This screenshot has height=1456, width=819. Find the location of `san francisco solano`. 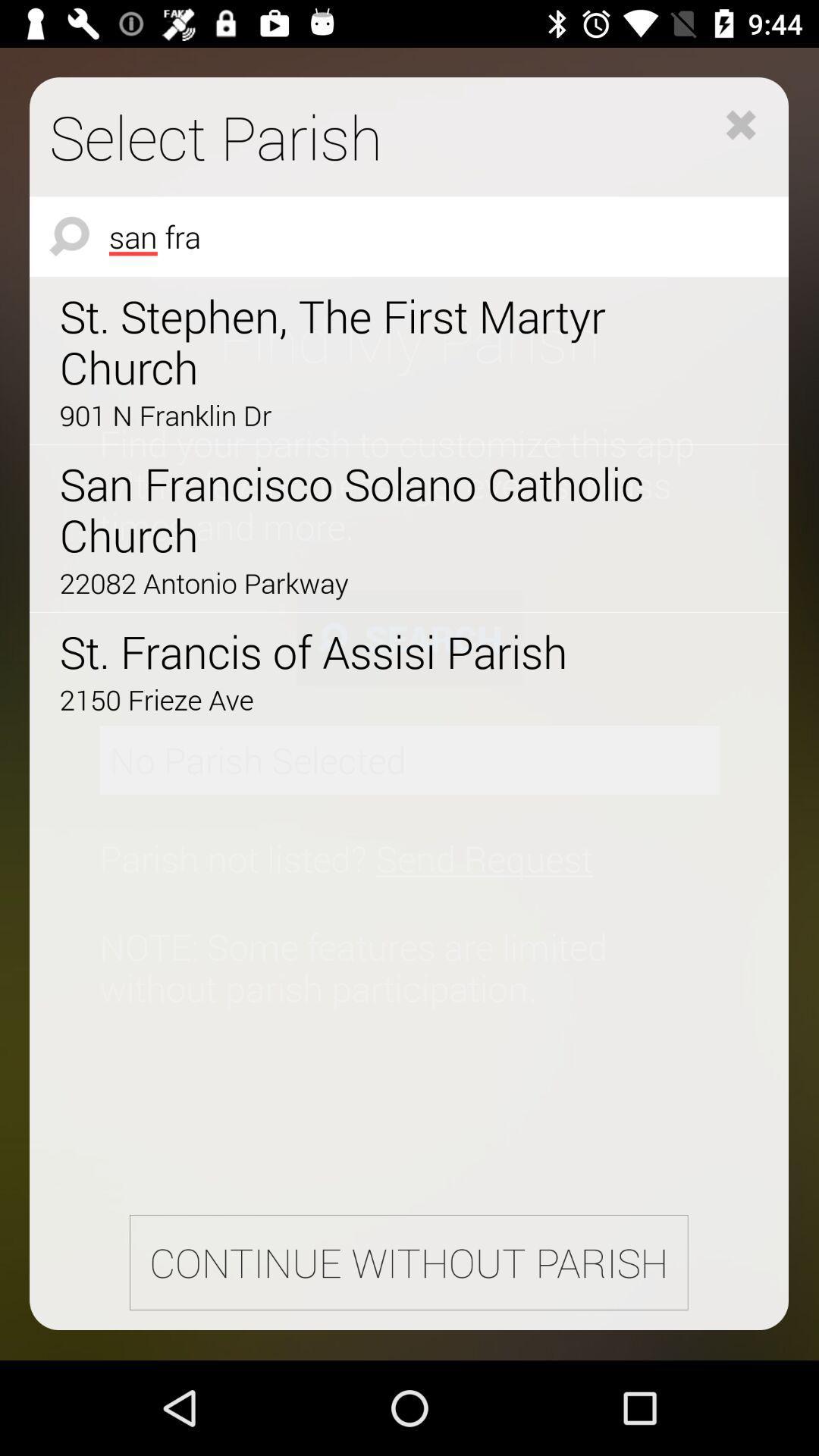

san francisco solano is located at coordinates (366, 510).